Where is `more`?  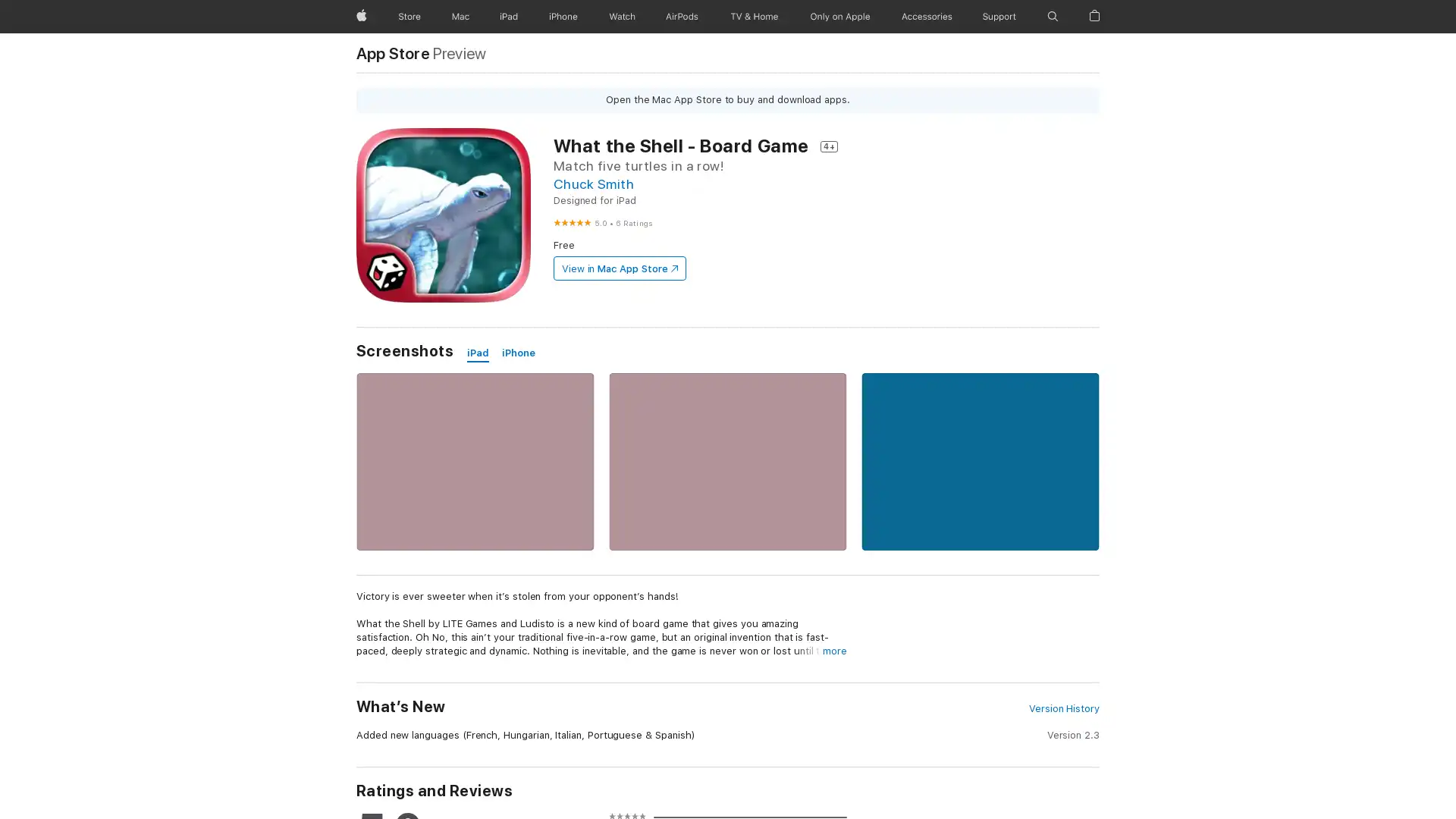 more is located at coordinates (833, 651).